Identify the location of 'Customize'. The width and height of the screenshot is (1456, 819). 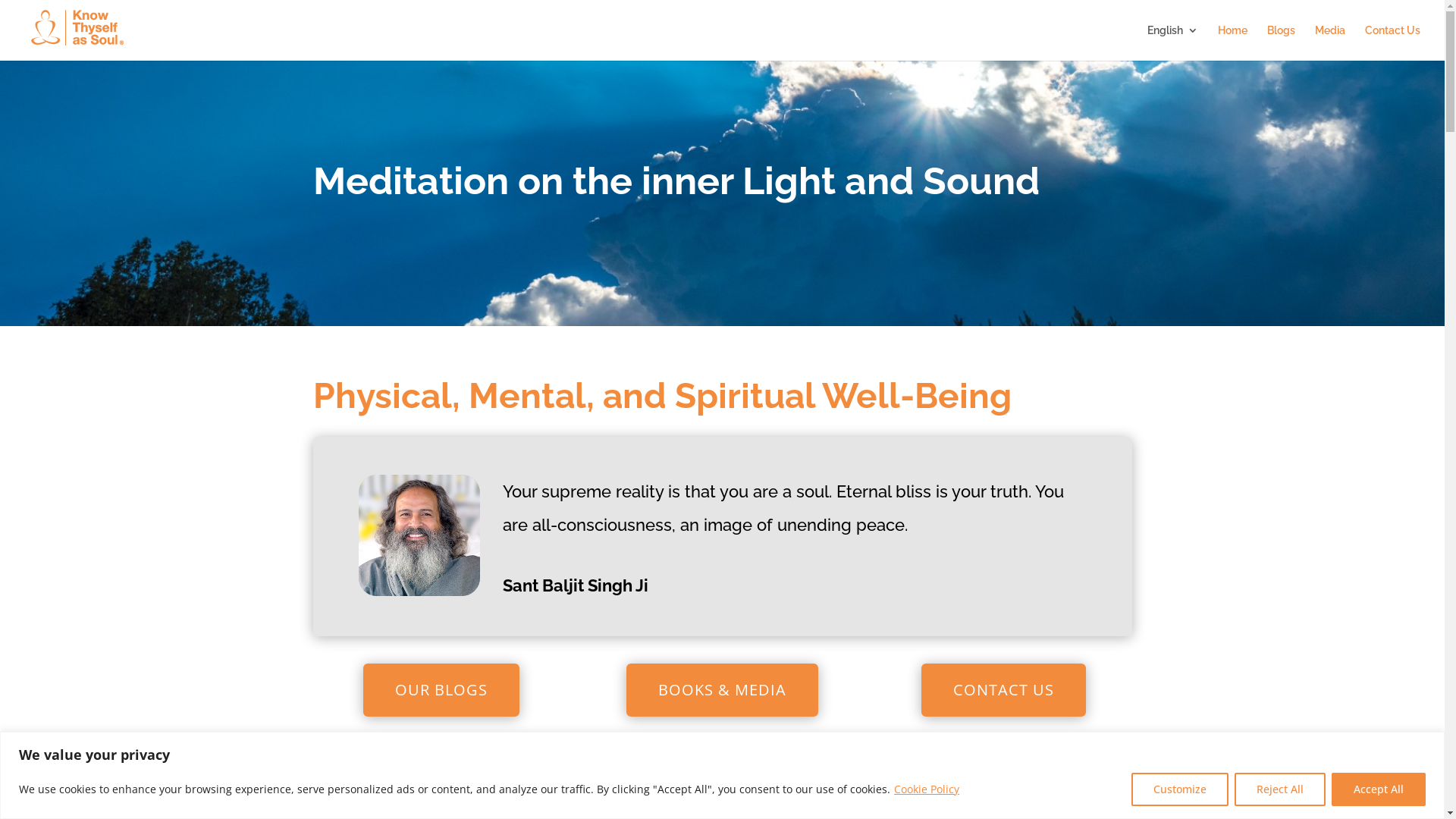
(1178, 788).